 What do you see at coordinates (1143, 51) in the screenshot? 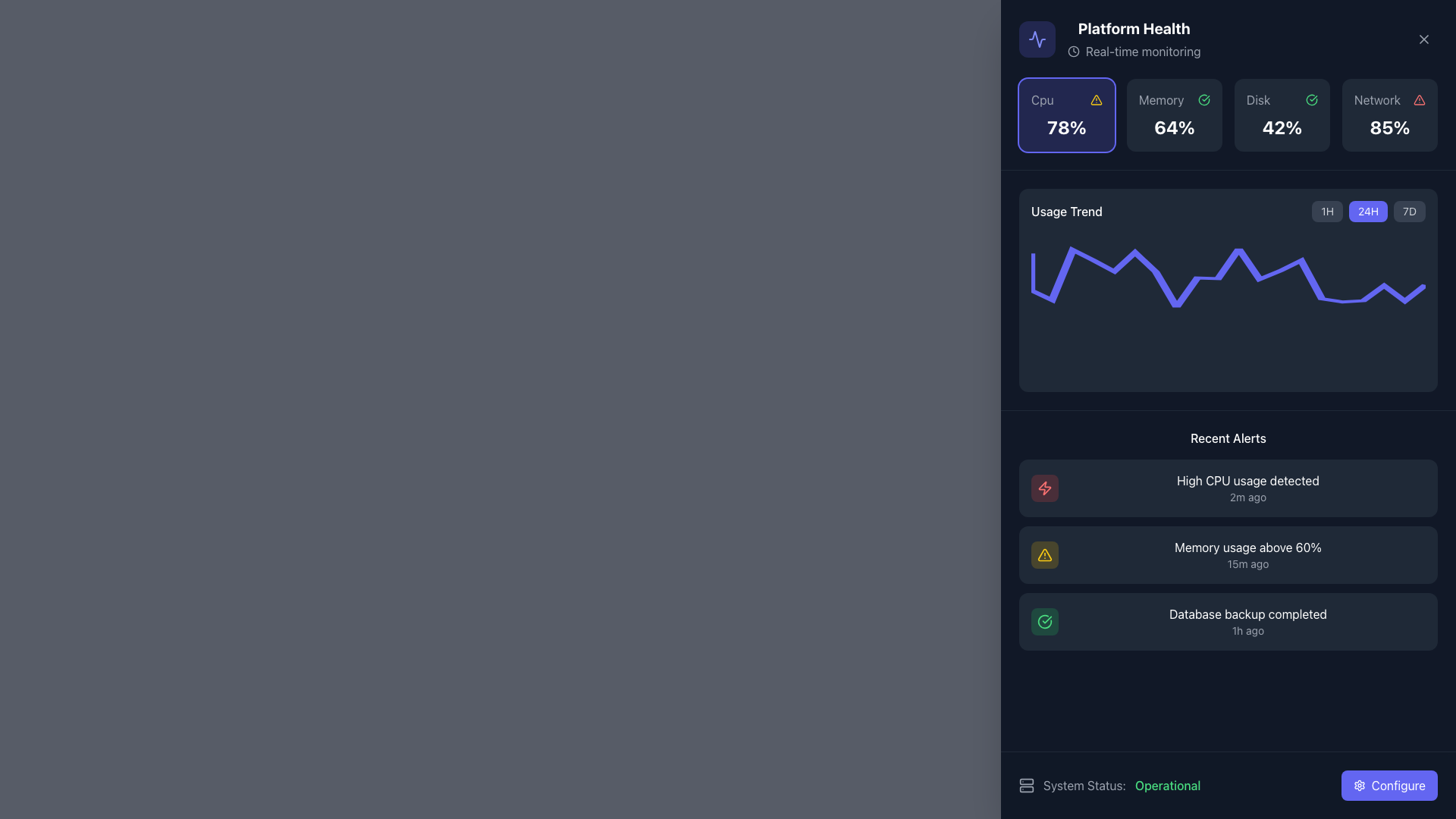
I see `the Text Label located in the upper right section below the header 'Platform Health', which provides context for real-time data monitoring` at bounding box center [1143, 51].